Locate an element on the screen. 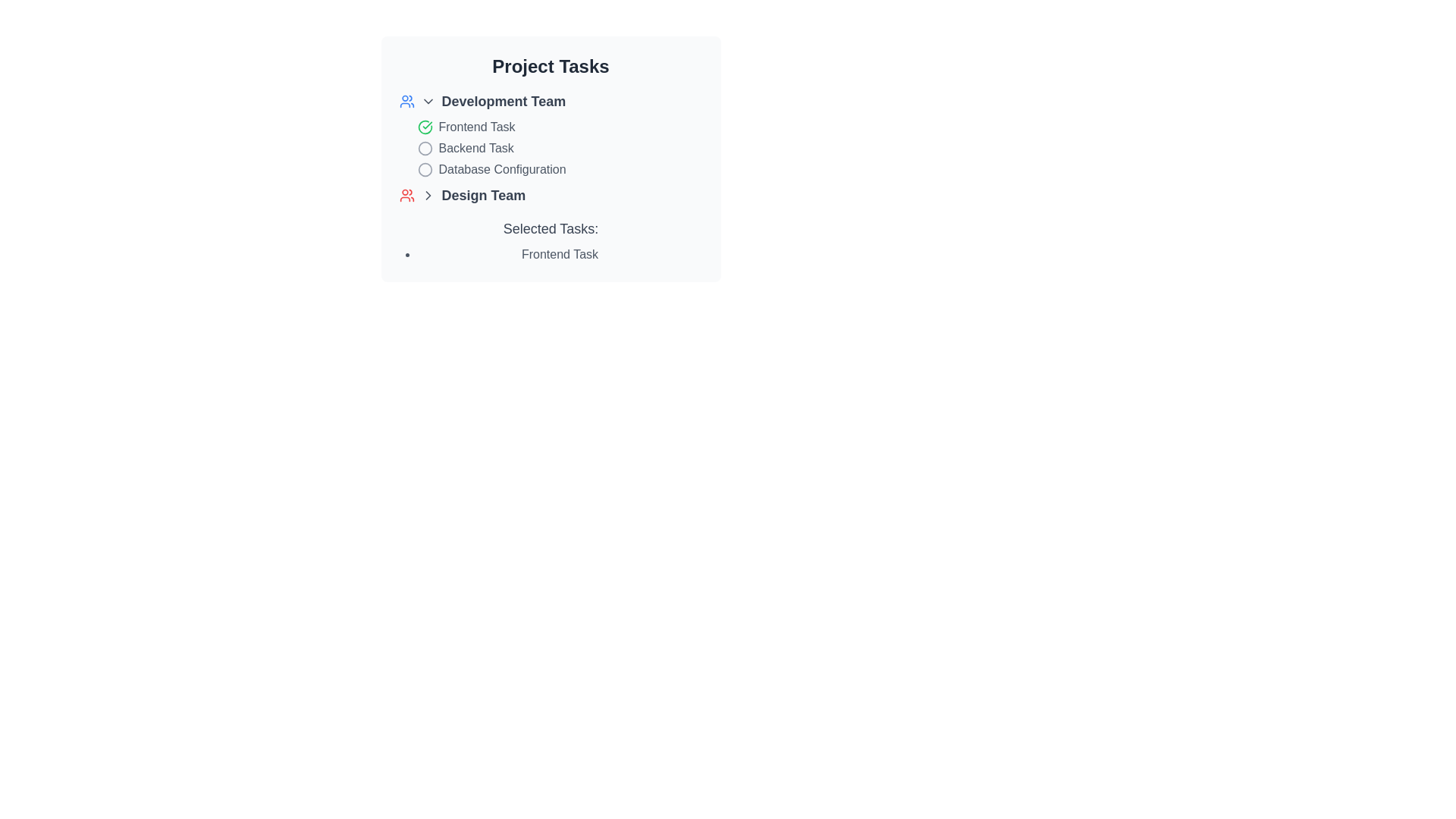  the gray outlined circle-shaped icon located to the left of the 'Database Configuration' text, which is the first visual component in the list under the 'Development Team' heading is located at coordinates (425, 169).